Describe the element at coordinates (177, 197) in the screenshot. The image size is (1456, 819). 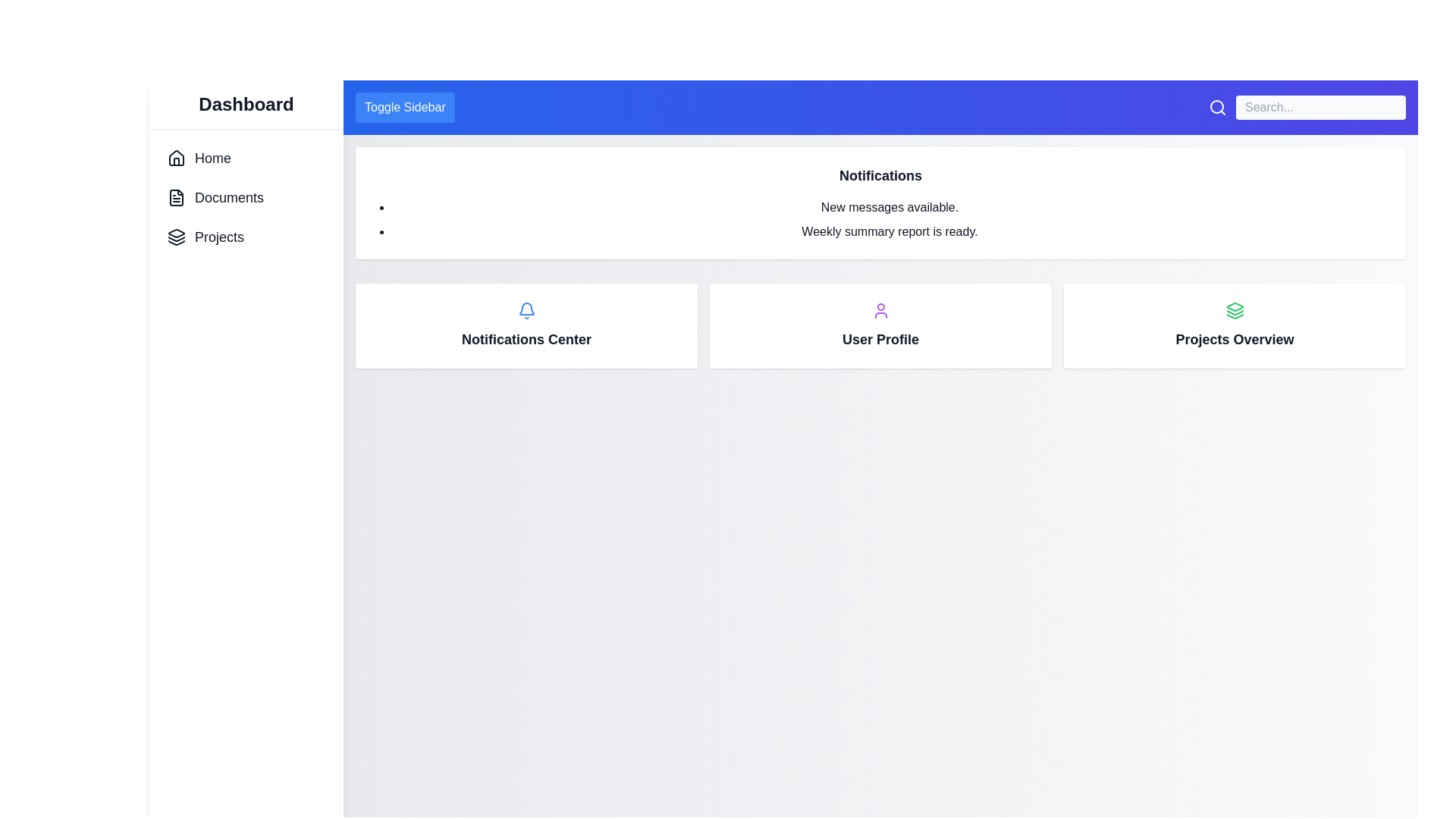
I see `the 'Documents' icon located in the left sidebar of the application, positioned between the 'Home' and 'Projects' icons` at that location.